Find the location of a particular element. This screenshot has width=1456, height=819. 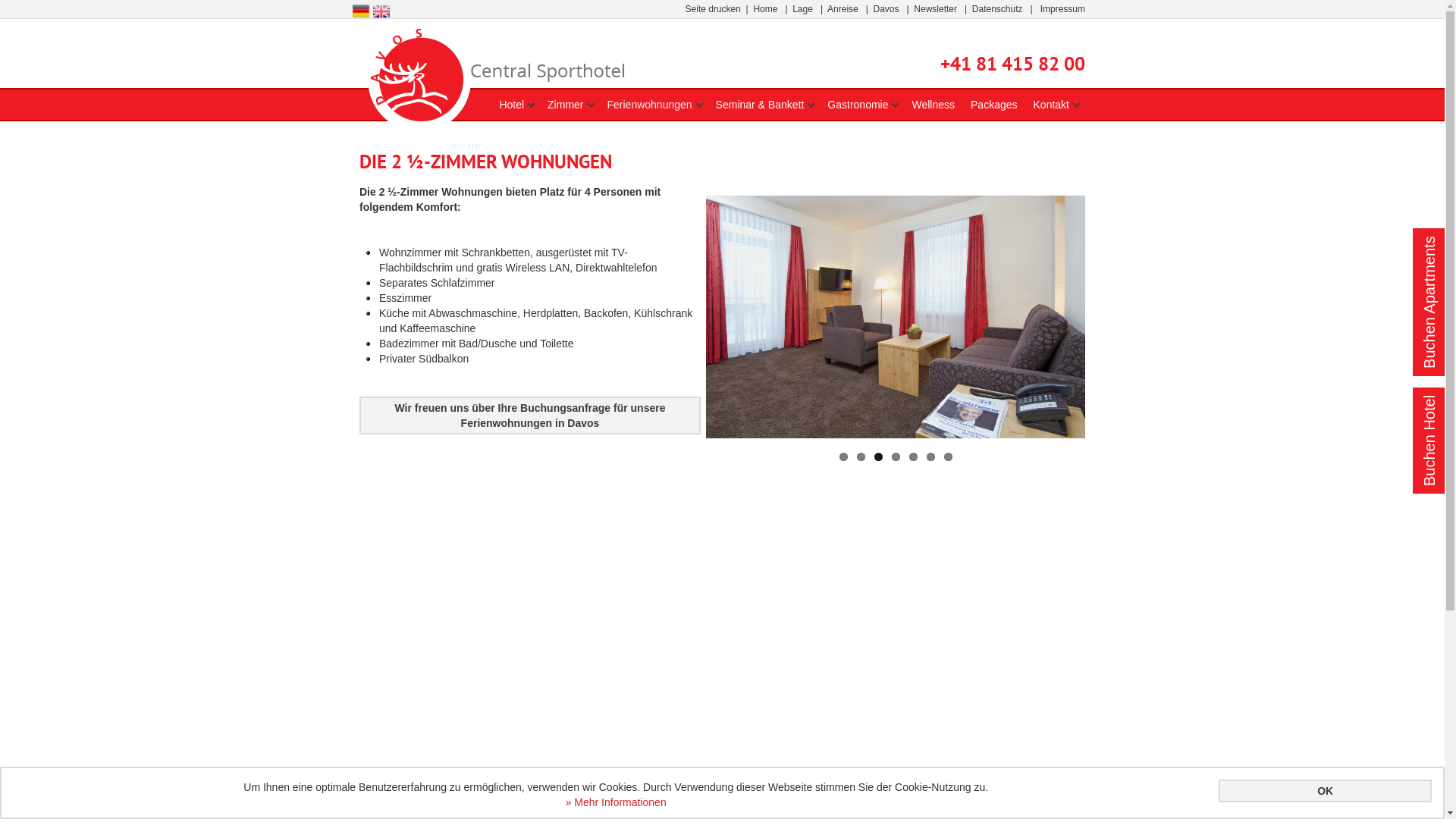

'Seminar & Bankett' is located at coordinates (760, 104).